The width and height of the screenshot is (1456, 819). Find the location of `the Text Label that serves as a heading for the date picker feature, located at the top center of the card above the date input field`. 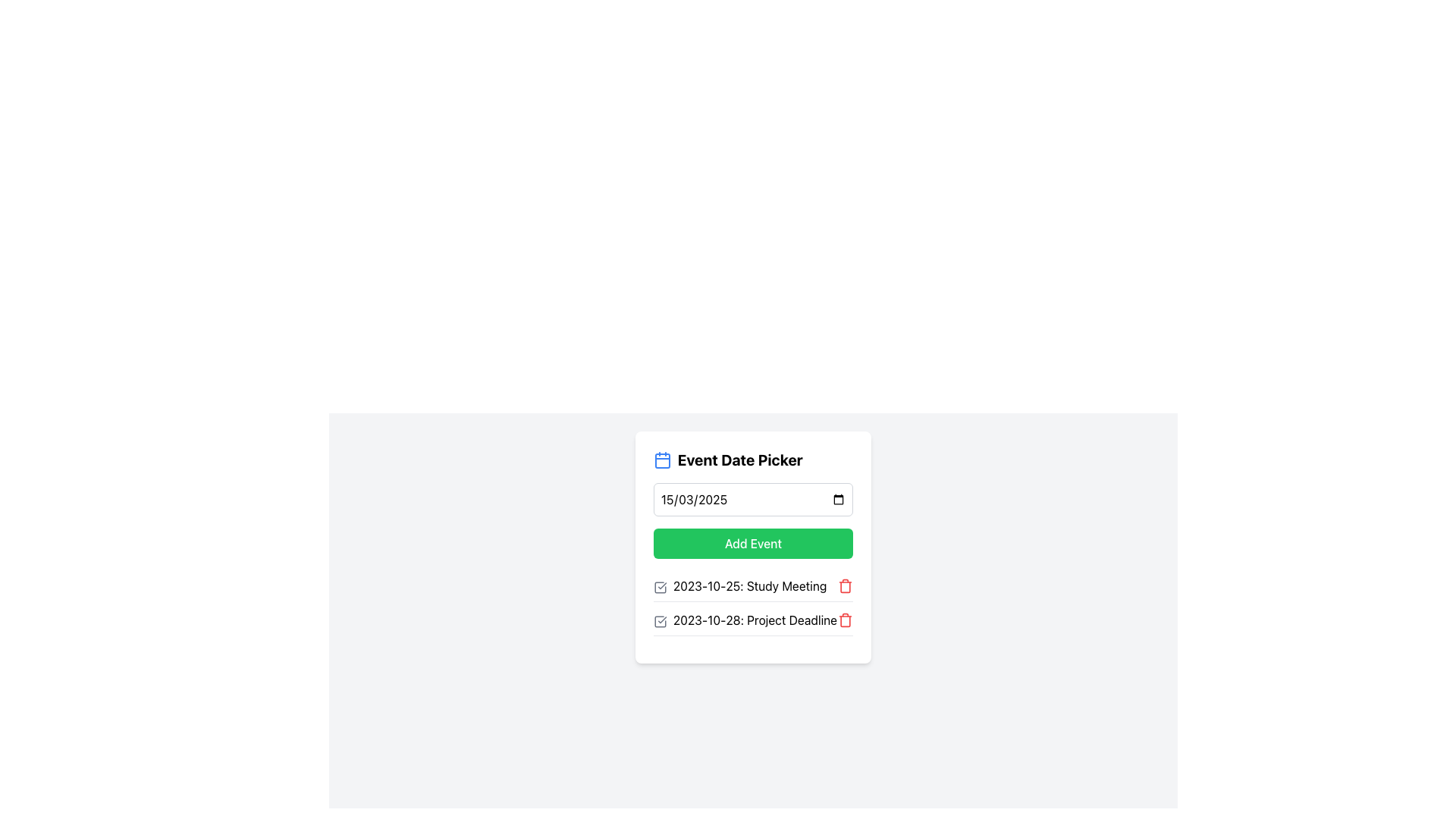

the Text Label that serves as a heading for the date picker feature, located at the top center of the card above the date input field is located at coordinates (753, 459).